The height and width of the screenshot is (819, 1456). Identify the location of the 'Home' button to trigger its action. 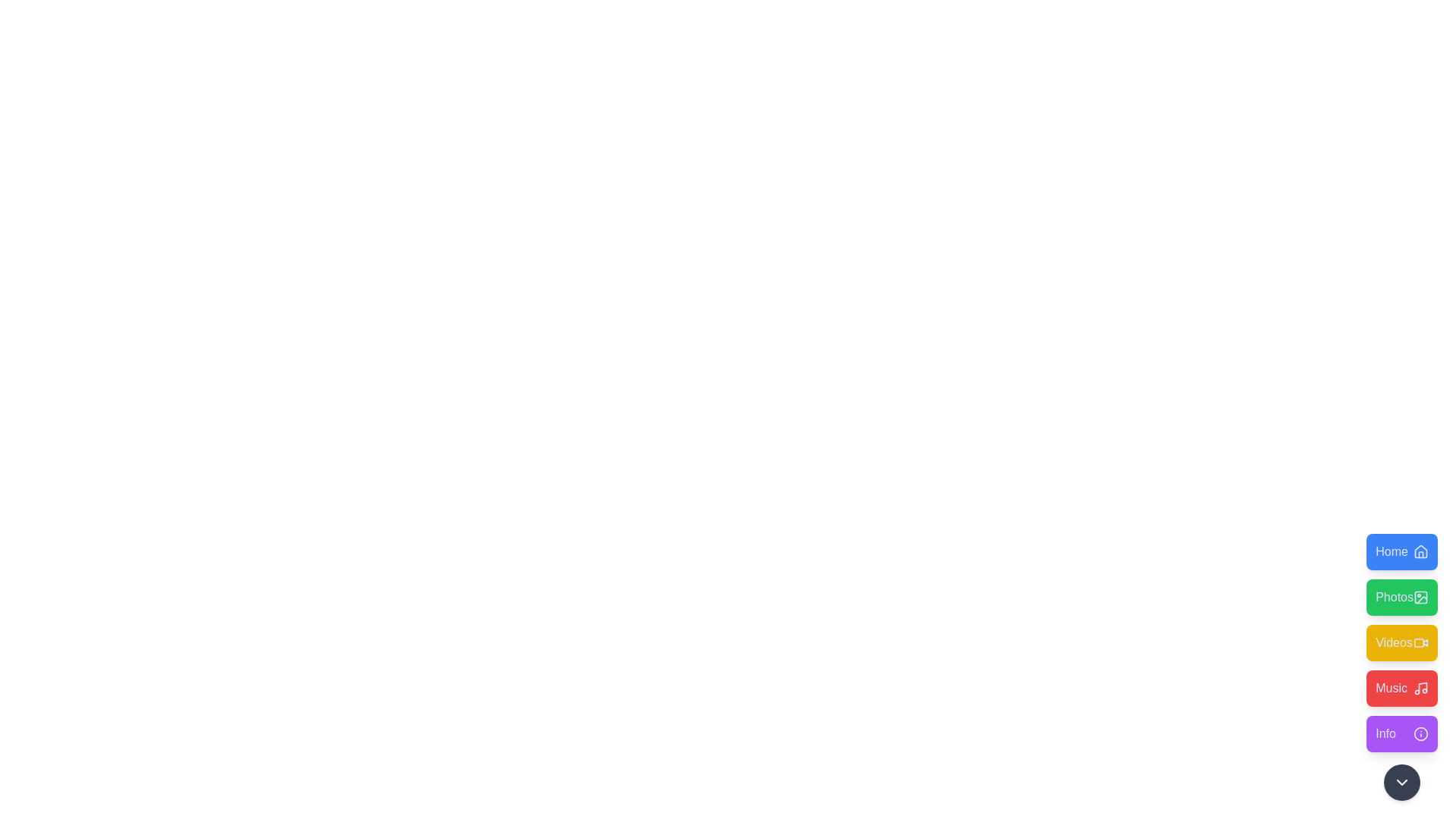
(1401, 552).